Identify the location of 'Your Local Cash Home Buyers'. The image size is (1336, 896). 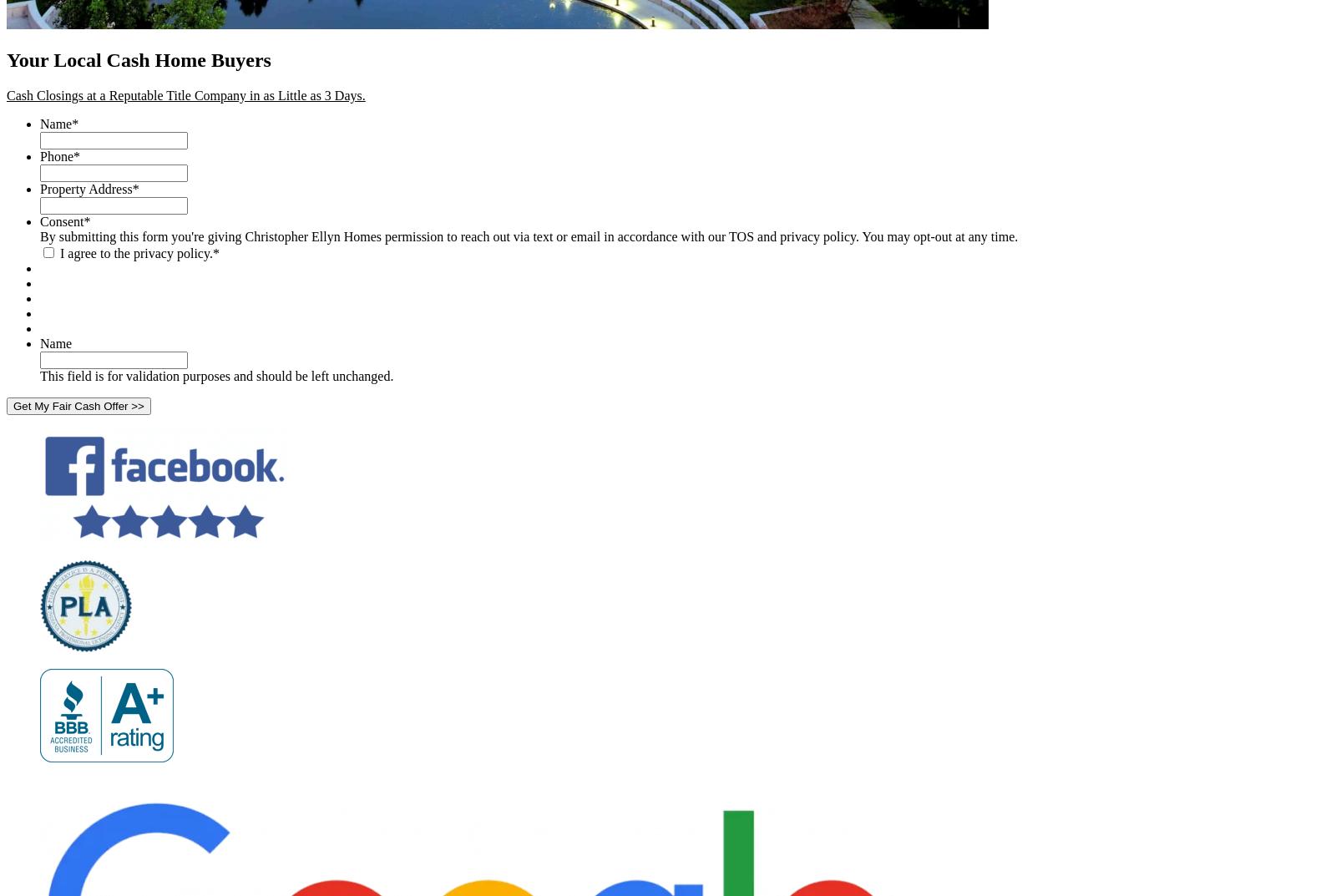
(138, 59).